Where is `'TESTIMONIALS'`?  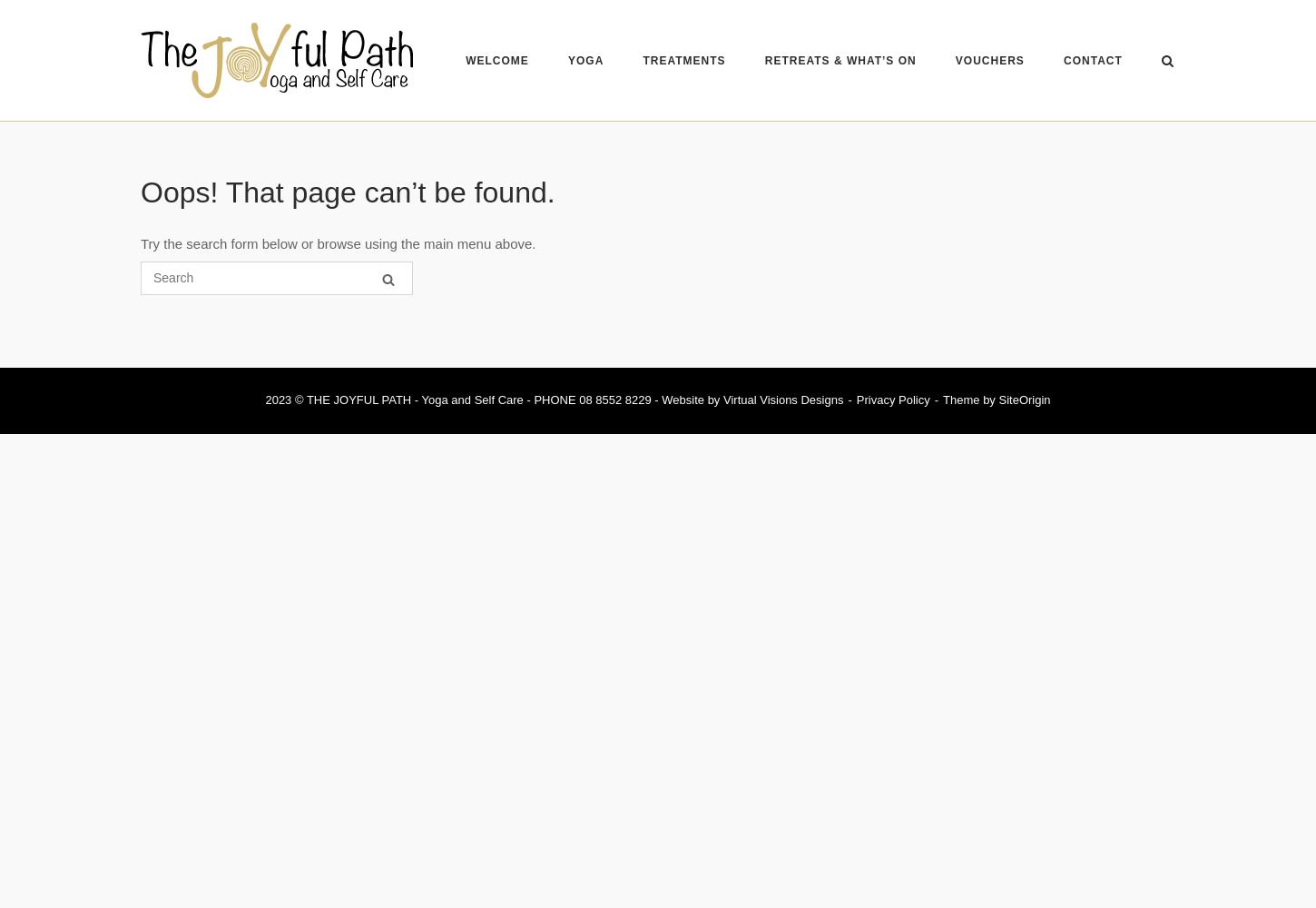 'TESTIMONIALS' is located at coordinates (827, 156).